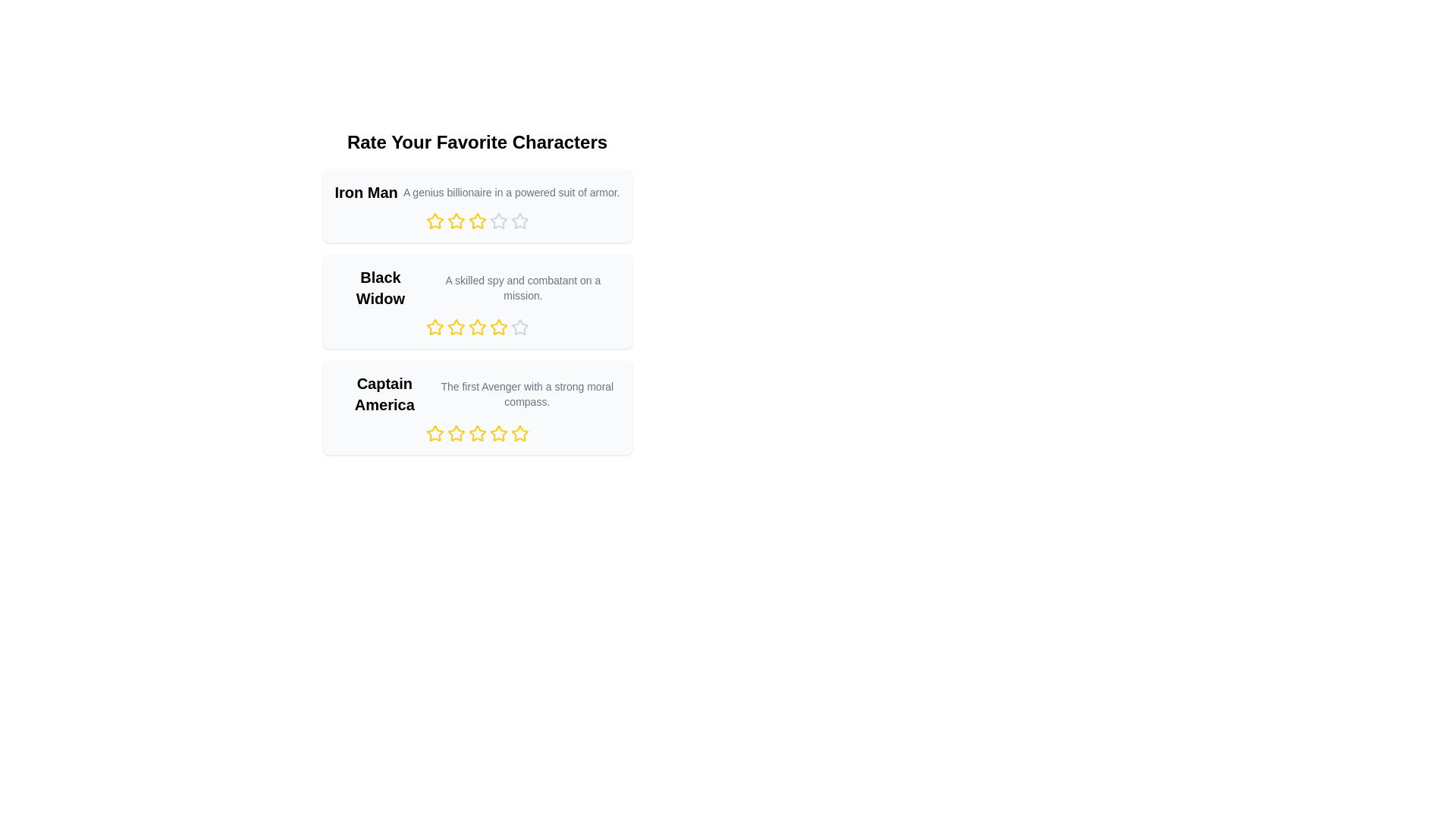 This screenshot has width=1456, height=819. What do you see at coordinates (476, 221) in the screenshot?
I see `the third star in the rating system for 'Iron Man'` at bounding box center [476, 221].